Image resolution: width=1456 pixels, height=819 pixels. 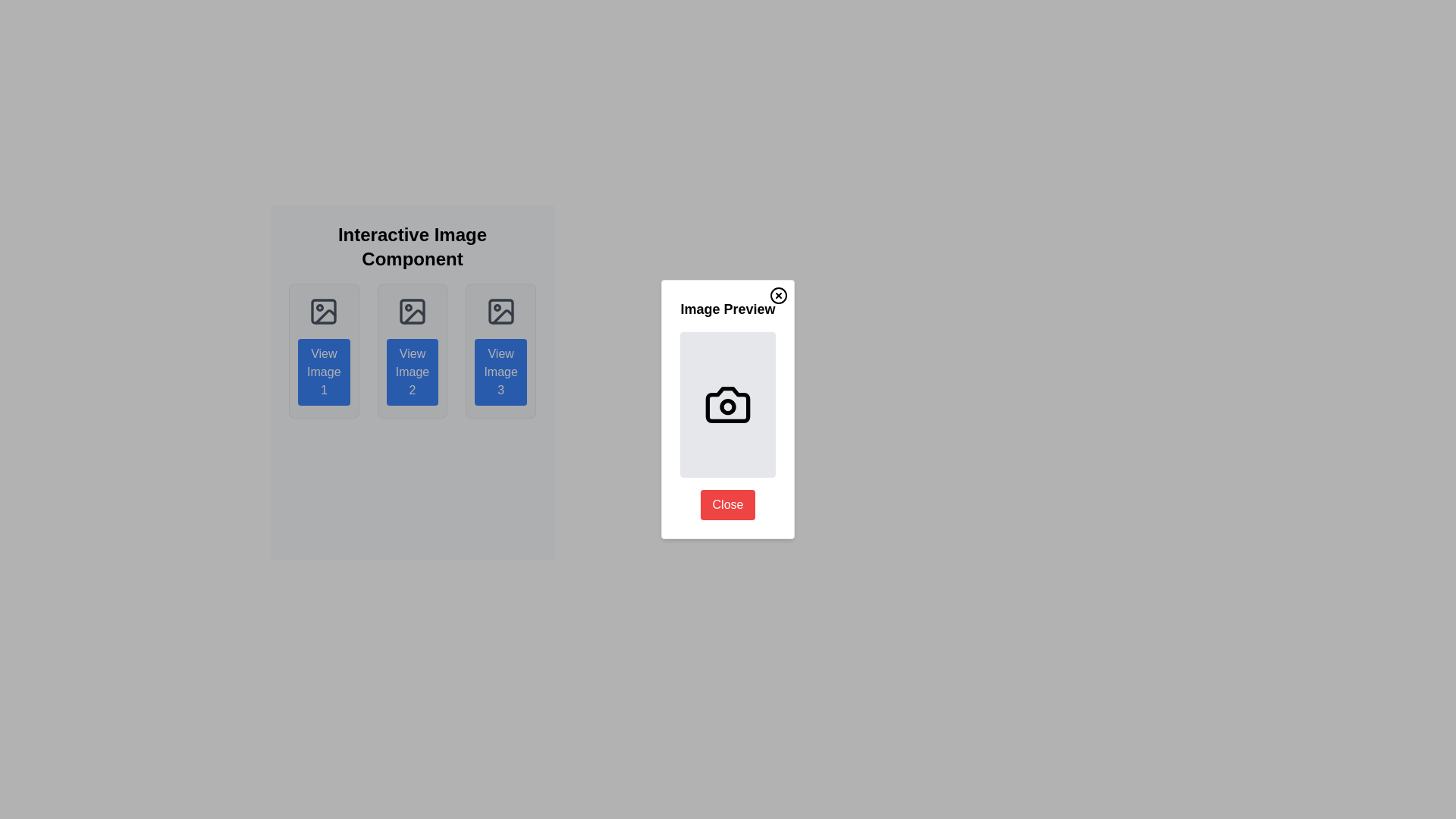 What do you see at coordinates (412, 372) in the screenshot?
I see `the 'View Image 2' button with a blue background and white text, located` at bounding box center [412, 372].